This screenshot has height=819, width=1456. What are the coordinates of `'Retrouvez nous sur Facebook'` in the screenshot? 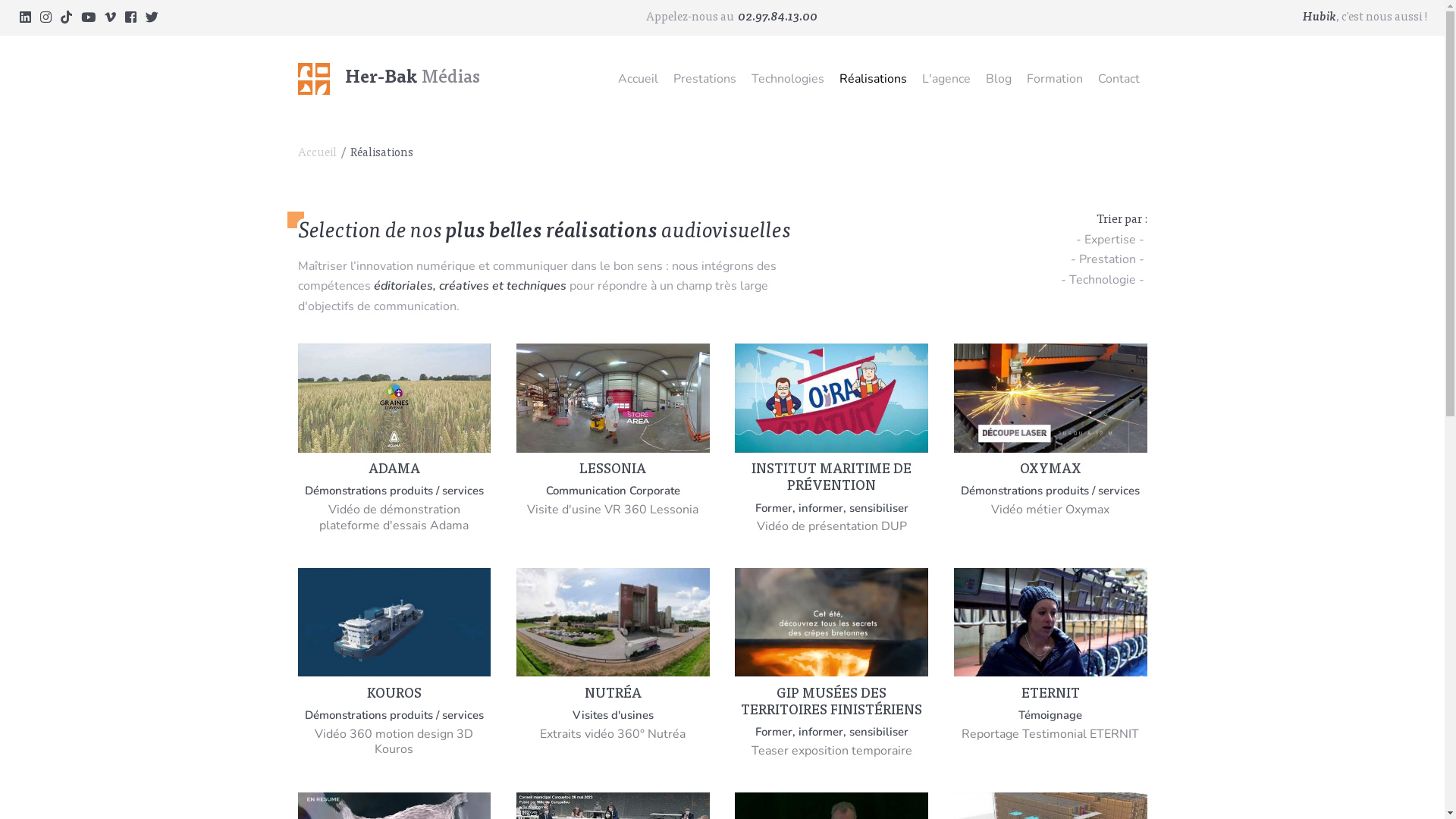 It's located at (130, 17).